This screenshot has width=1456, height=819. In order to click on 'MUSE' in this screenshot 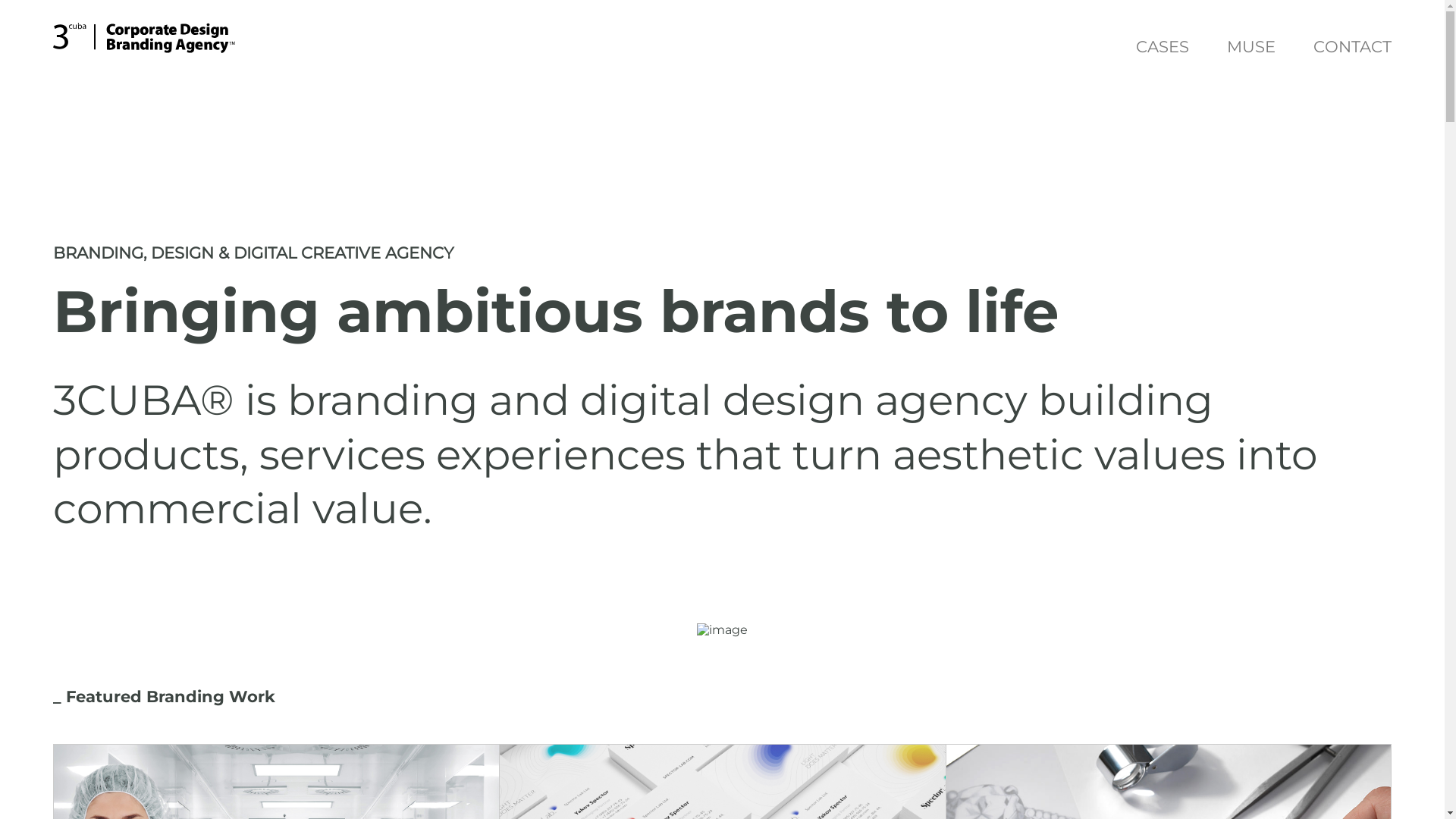, I will do `click(1251, 48)`.